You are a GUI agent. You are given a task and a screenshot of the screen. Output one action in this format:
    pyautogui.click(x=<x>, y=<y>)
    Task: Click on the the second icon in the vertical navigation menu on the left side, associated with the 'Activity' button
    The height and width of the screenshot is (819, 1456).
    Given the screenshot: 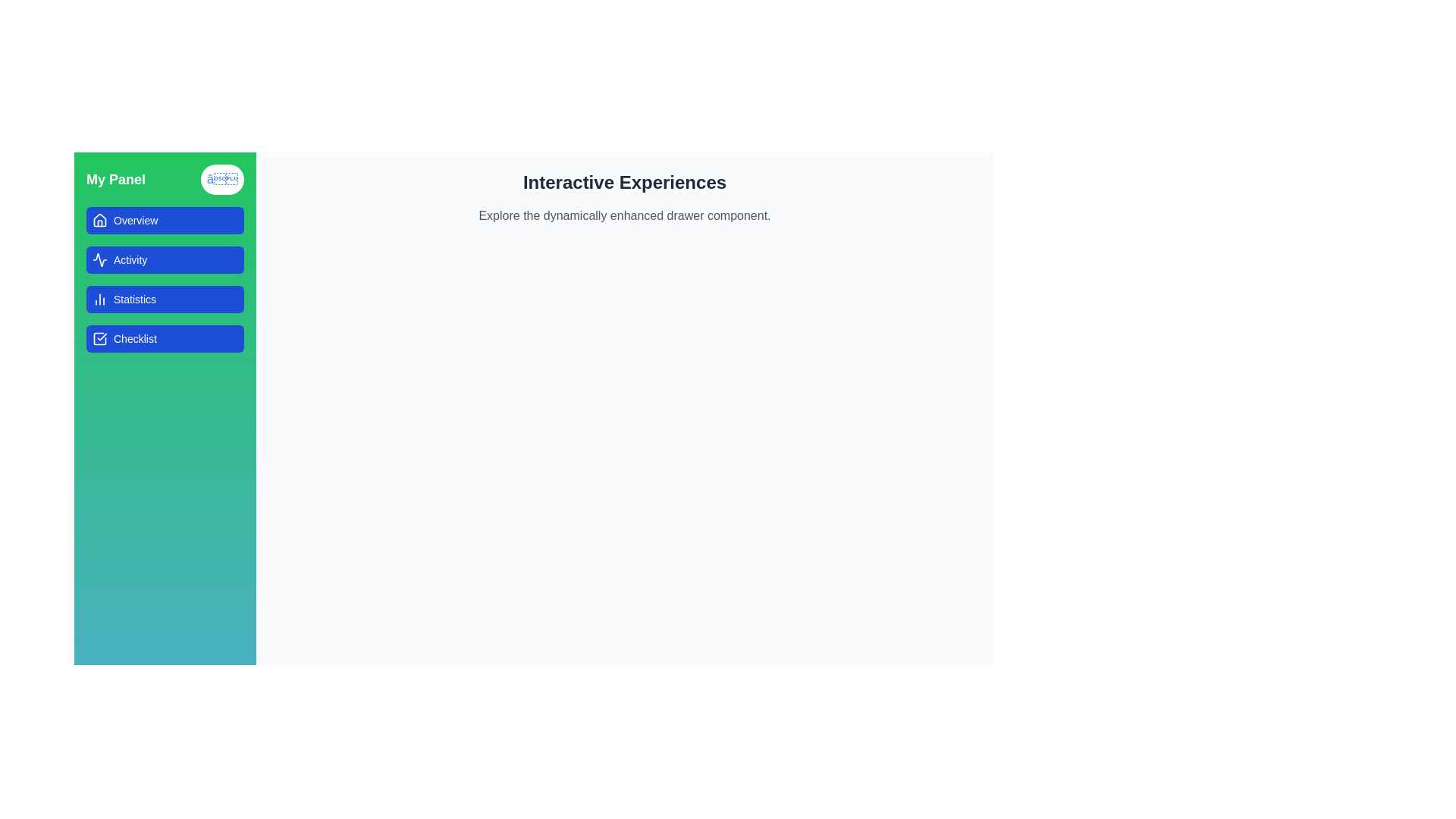 What is the action you would take?
    pyautogui.click(x=99, y=259)
    